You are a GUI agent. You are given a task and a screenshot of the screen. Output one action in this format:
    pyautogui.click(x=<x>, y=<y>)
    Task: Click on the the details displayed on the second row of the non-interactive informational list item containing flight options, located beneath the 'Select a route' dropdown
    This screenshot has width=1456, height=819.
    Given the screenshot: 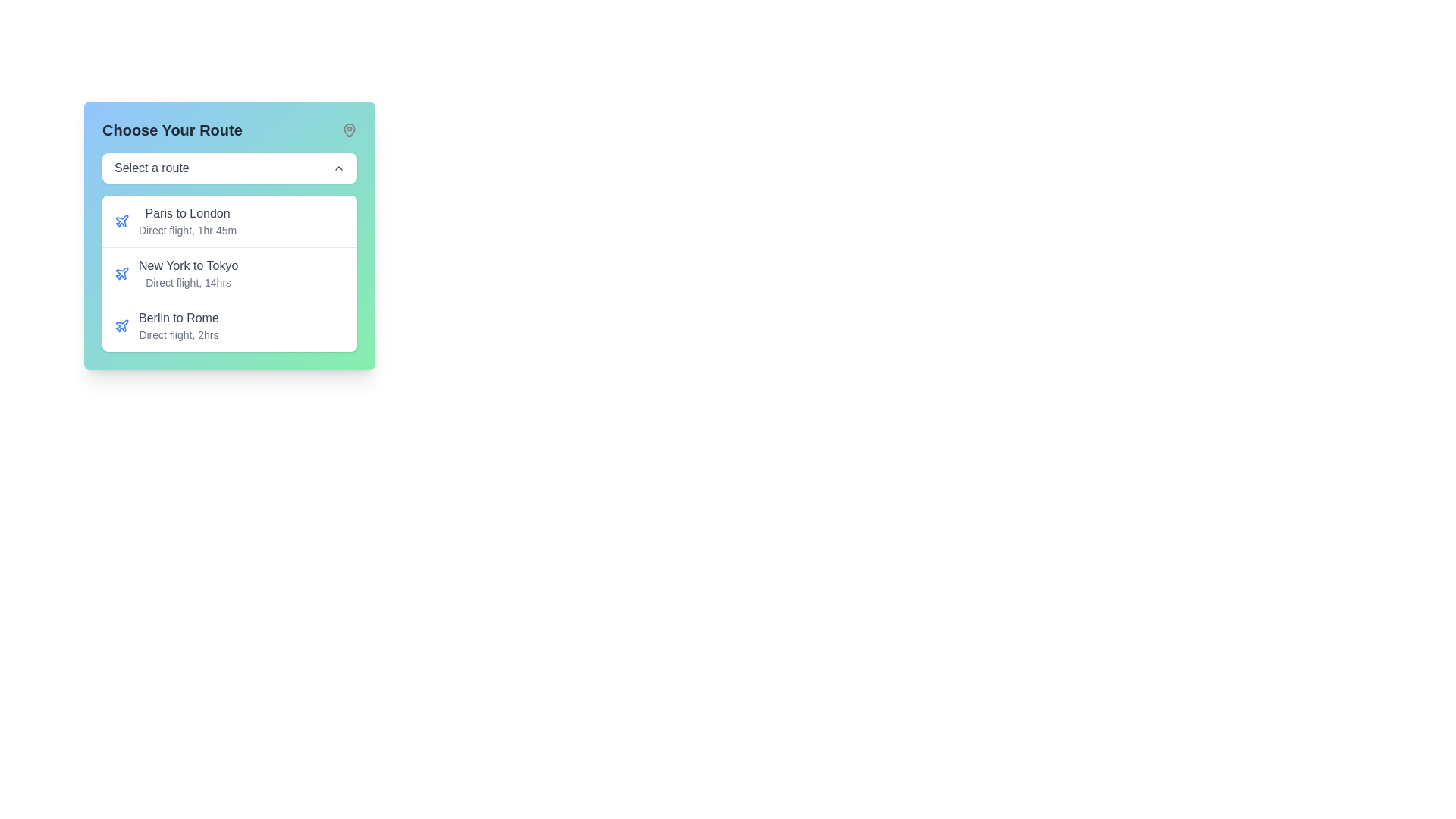 What is the action you would take?
    pyautogui.click(x=228, y=274)
    